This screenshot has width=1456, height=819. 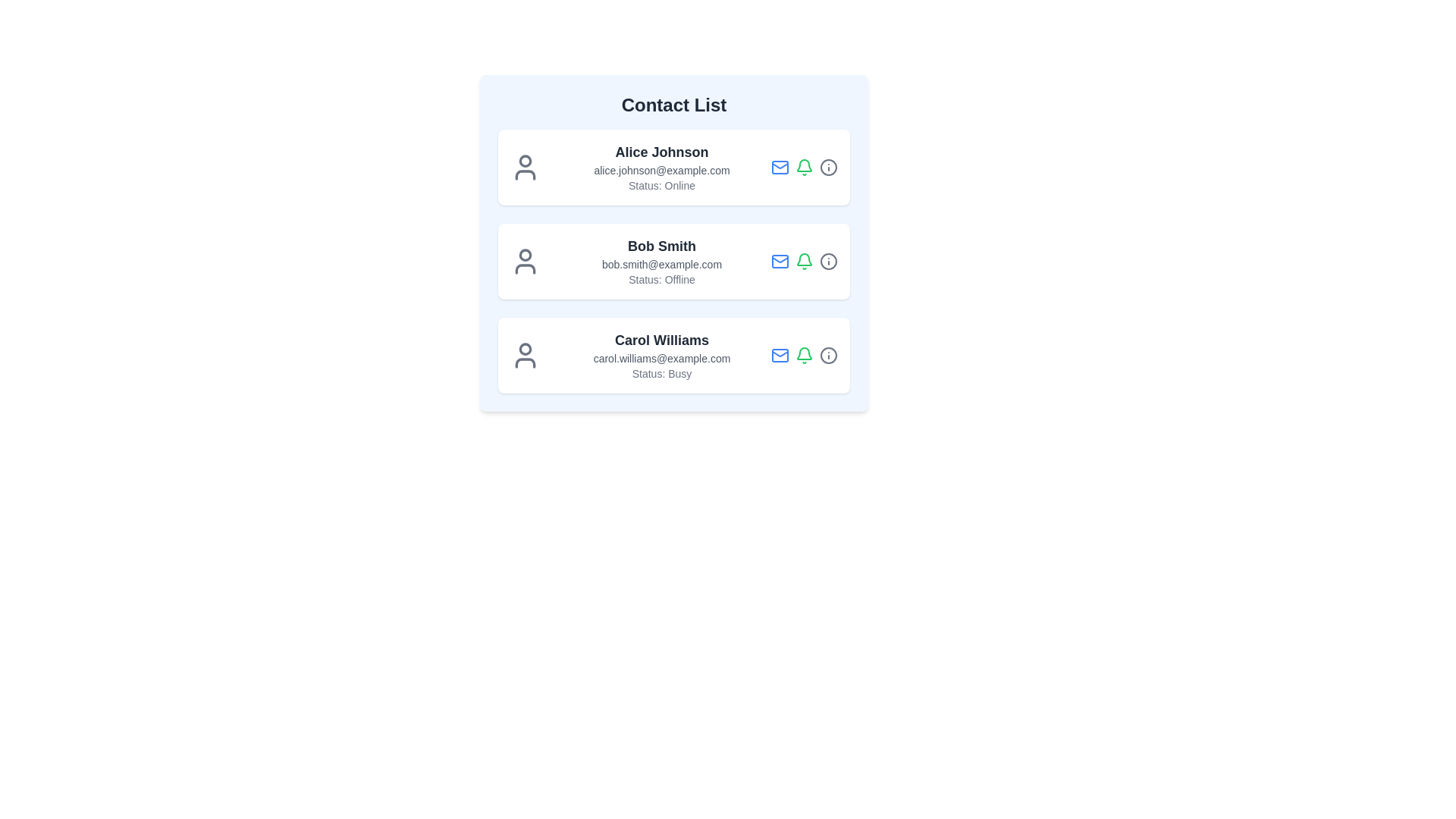 I want to click on info icon for the contact Bob Smith, so click(x=828, y=260).